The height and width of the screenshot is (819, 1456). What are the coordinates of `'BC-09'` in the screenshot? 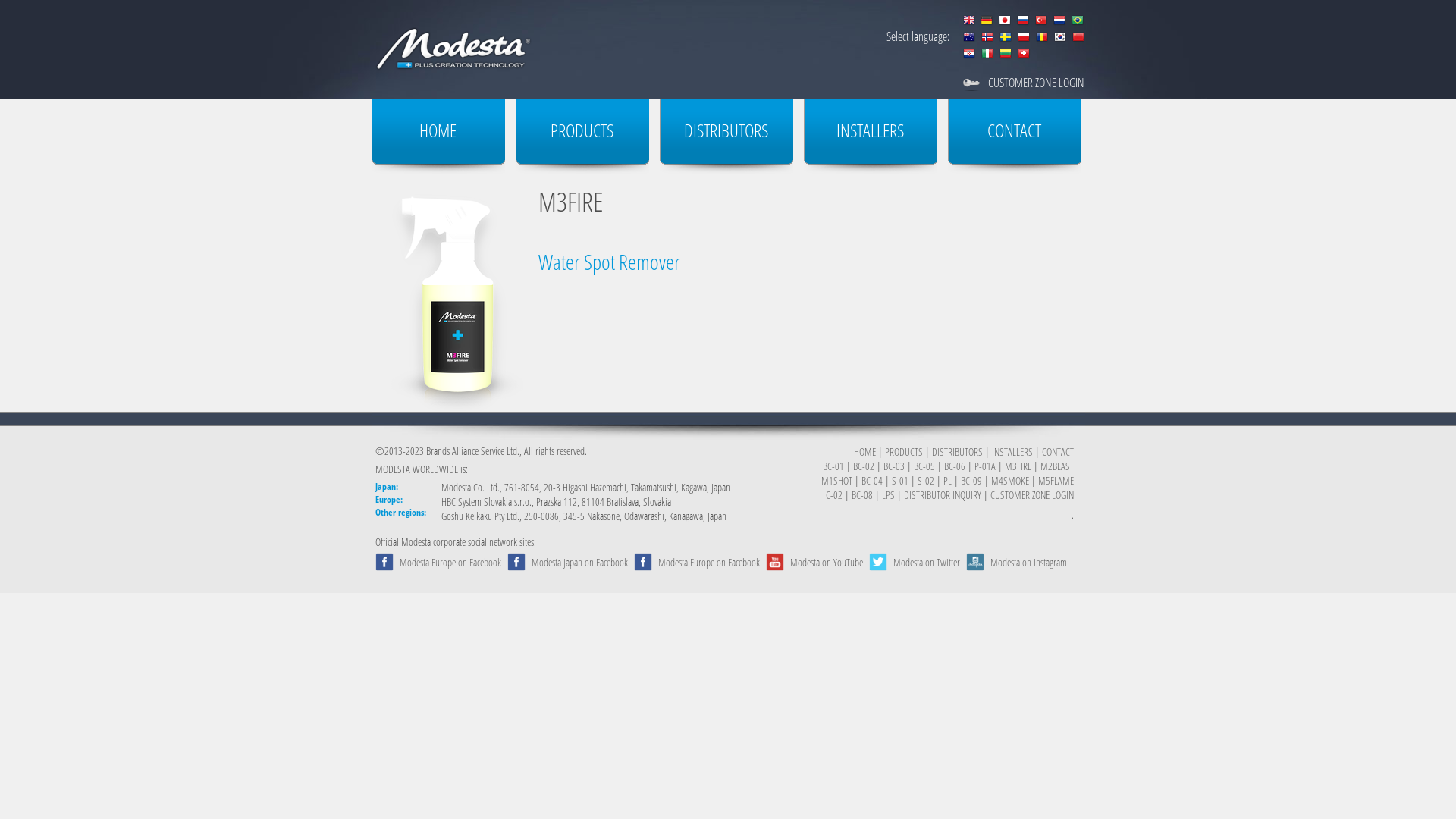 It's located at (971, 480).